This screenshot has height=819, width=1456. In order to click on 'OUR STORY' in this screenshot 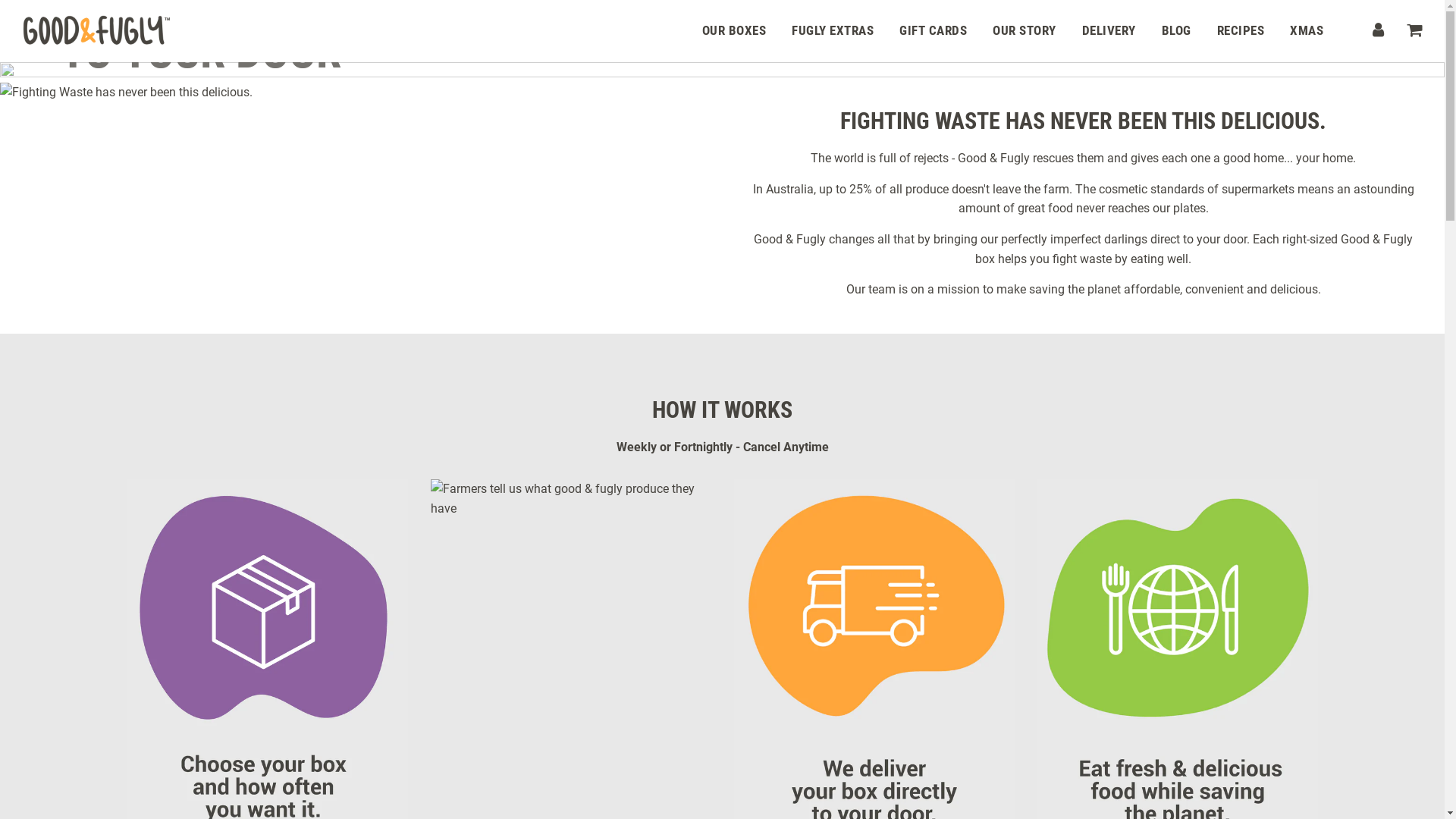, I will do `click(1024, 30)`.